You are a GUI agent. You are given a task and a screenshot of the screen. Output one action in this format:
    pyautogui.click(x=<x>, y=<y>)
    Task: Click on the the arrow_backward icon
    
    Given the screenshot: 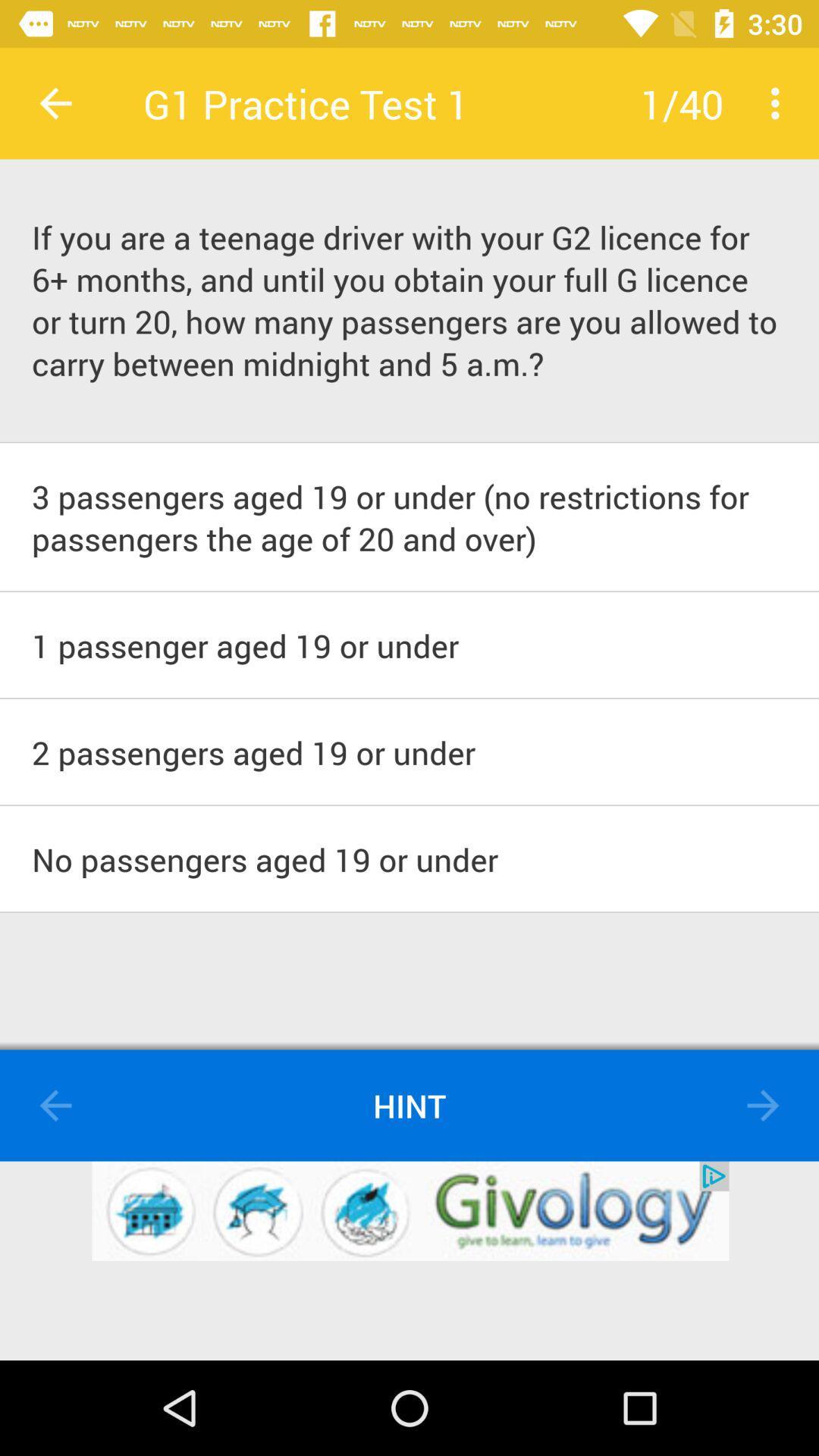 What is the action you would take?
    pyautogui.click(x=55, y=1106)
    